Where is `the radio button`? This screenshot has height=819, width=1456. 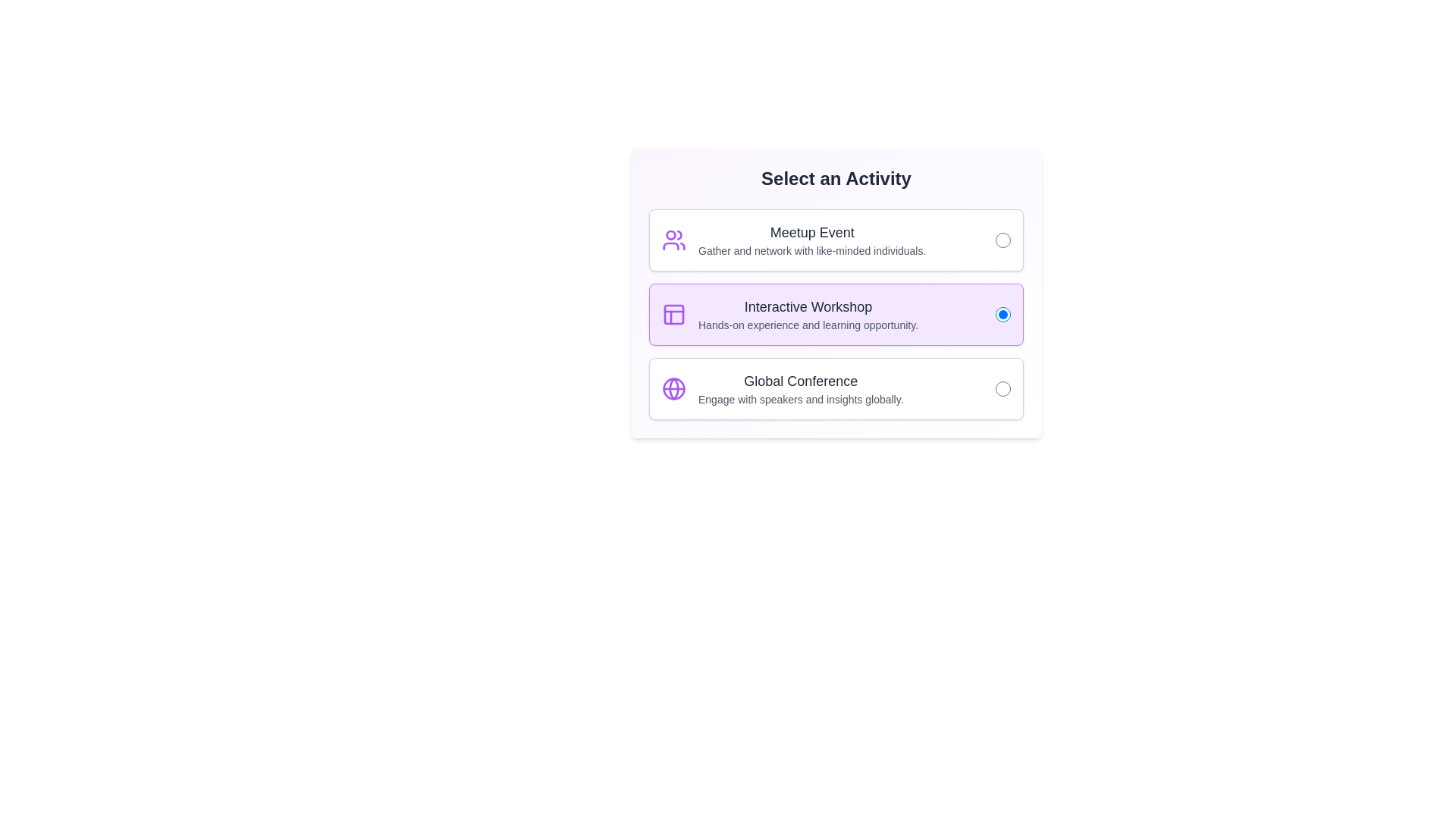 the radio button is located at coordinates (836, 293).